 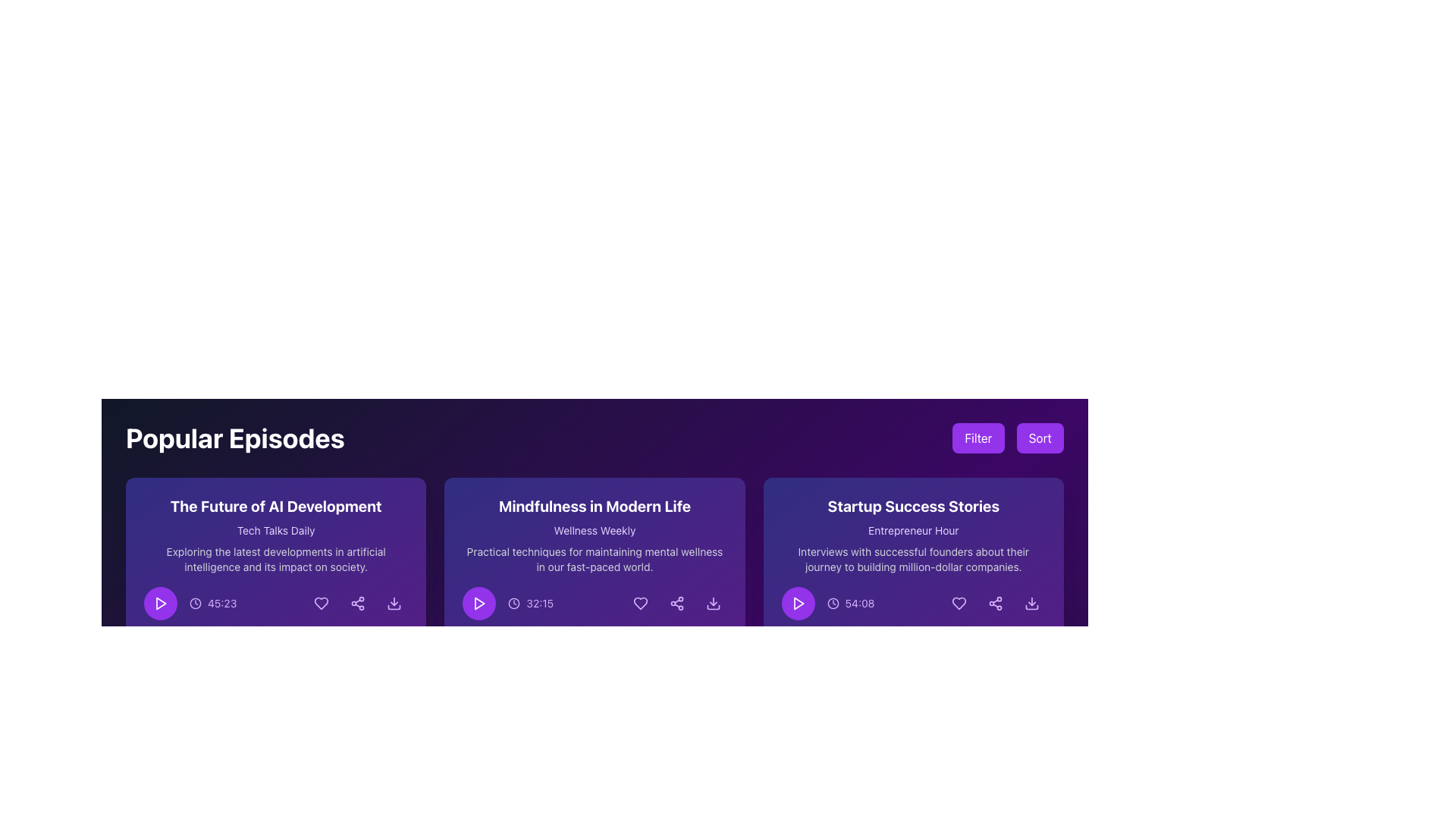 I want to click on the heart-shaped icon in the toolbar of the 'Mindfulness in Modern Life' podcast card, so click(x=640, y=602).